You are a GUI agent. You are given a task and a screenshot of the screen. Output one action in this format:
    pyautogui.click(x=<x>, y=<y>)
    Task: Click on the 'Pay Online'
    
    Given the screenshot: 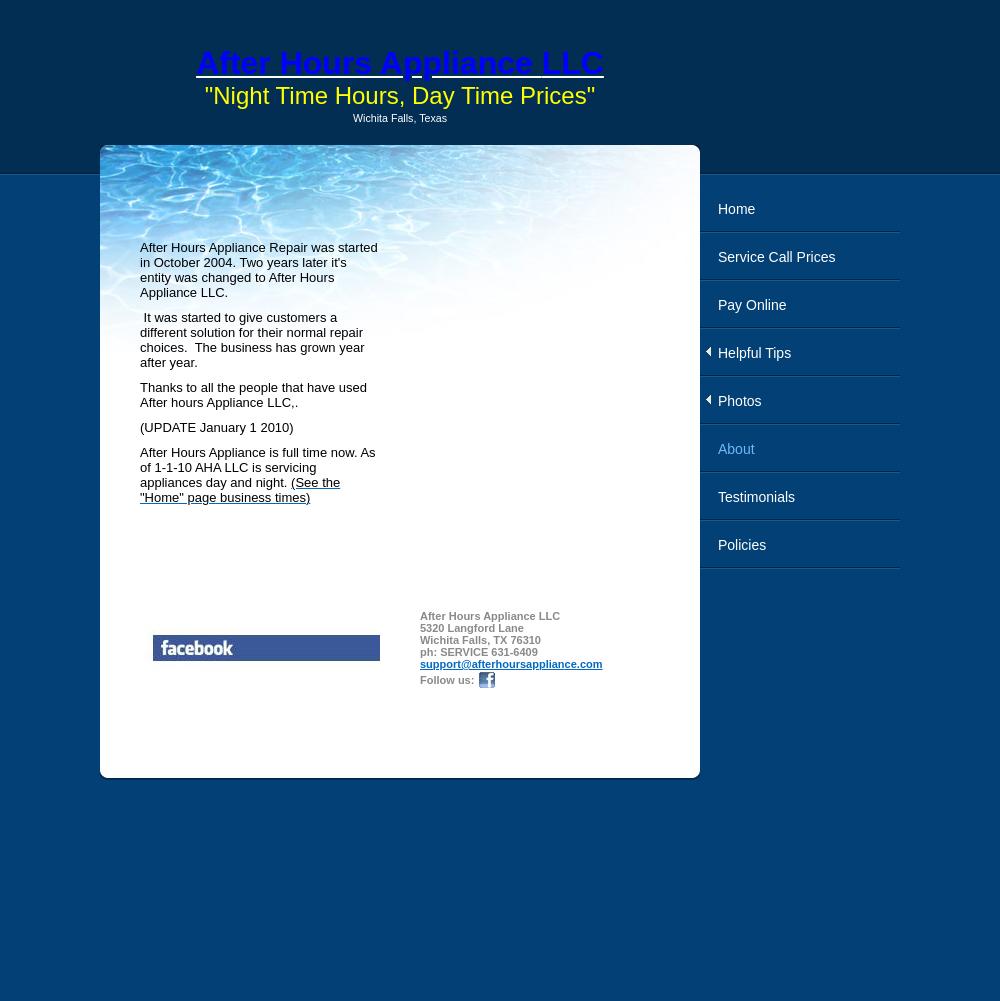 What is the action you would take?
    pyautogui.click(x=752, y=305)
    